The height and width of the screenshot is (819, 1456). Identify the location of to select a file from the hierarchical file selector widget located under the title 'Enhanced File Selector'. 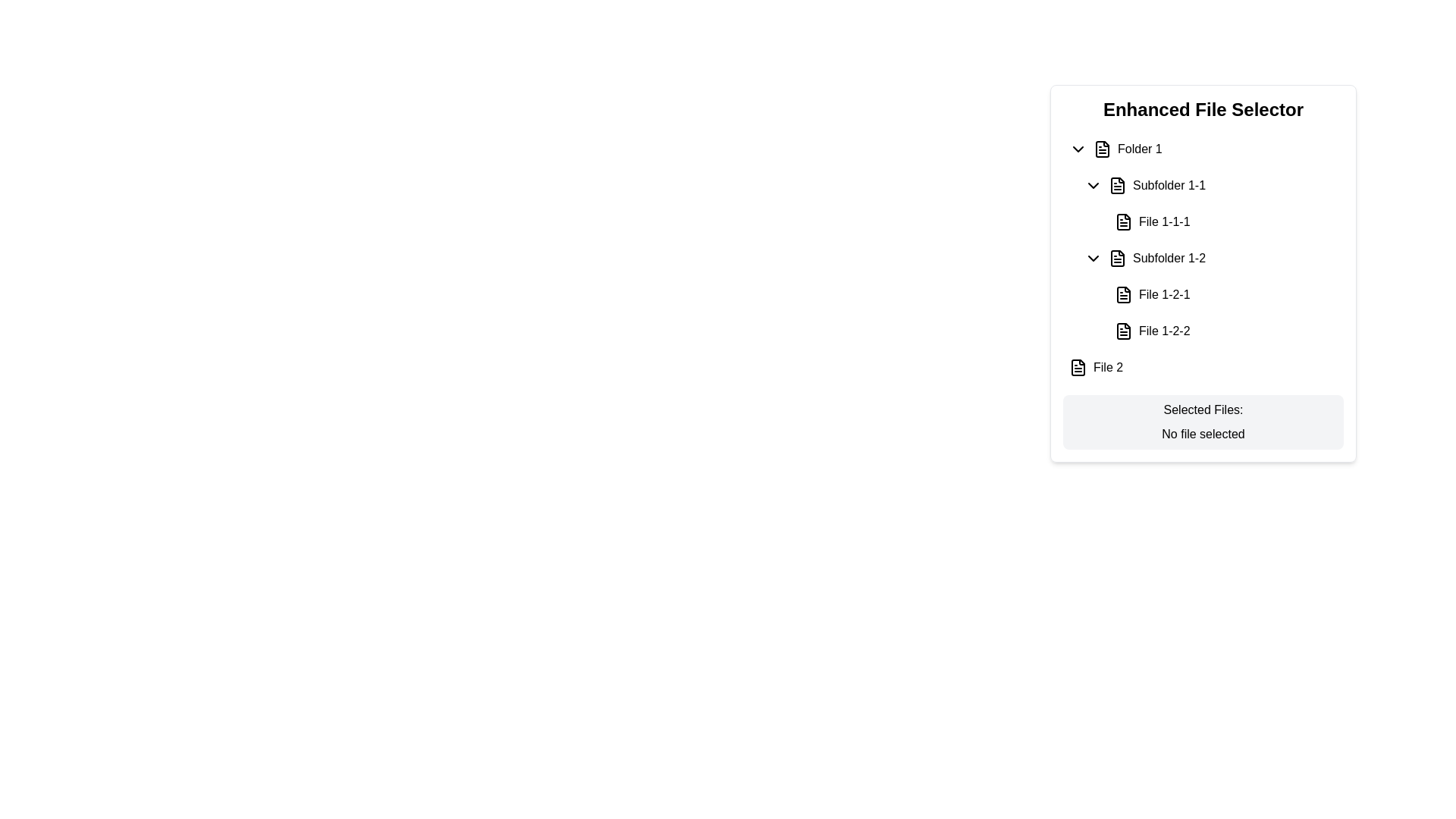
(1203, 257).